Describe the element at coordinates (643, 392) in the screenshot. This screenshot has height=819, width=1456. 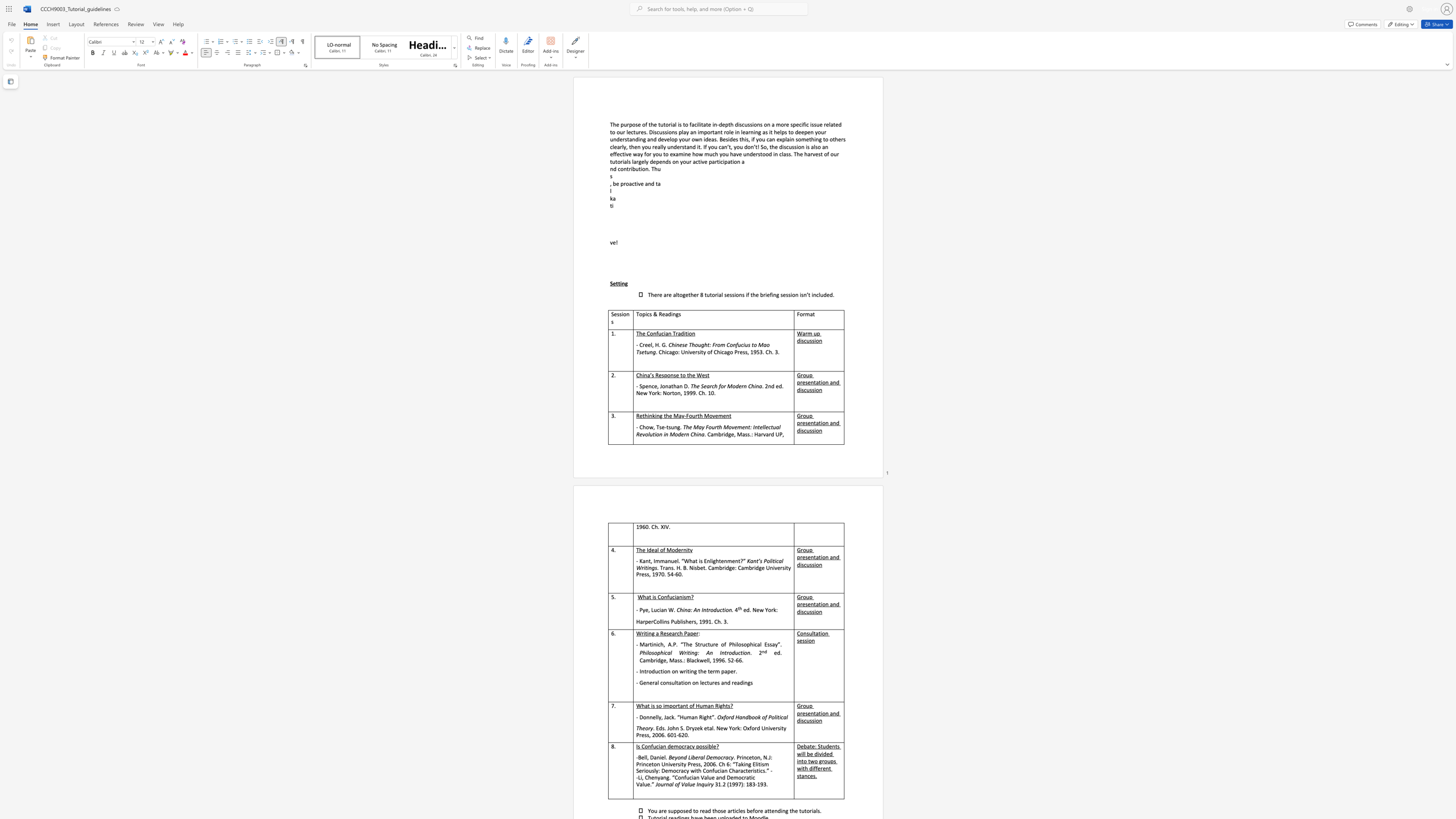
I see `the subset text "w York" within the text ". 2nd ed. New York: Norton, 1999. Ch. 10."` at that location.